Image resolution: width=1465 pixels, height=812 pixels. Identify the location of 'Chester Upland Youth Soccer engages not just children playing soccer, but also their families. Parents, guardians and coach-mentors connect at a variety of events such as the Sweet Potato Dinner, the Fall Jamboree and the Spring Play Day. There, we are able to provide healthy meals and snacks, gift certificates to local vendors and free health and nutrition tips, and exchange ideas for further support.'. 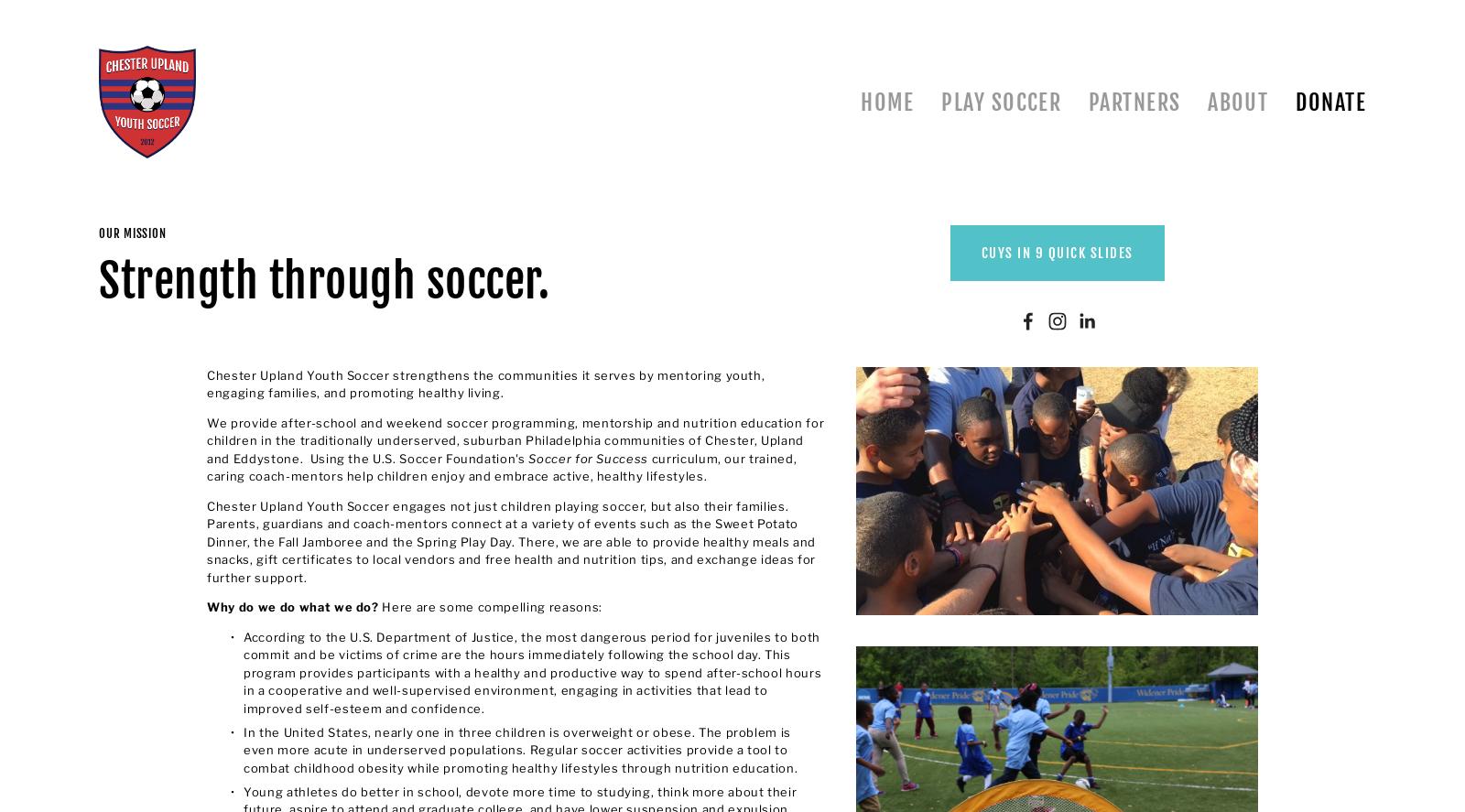
(206, 540).